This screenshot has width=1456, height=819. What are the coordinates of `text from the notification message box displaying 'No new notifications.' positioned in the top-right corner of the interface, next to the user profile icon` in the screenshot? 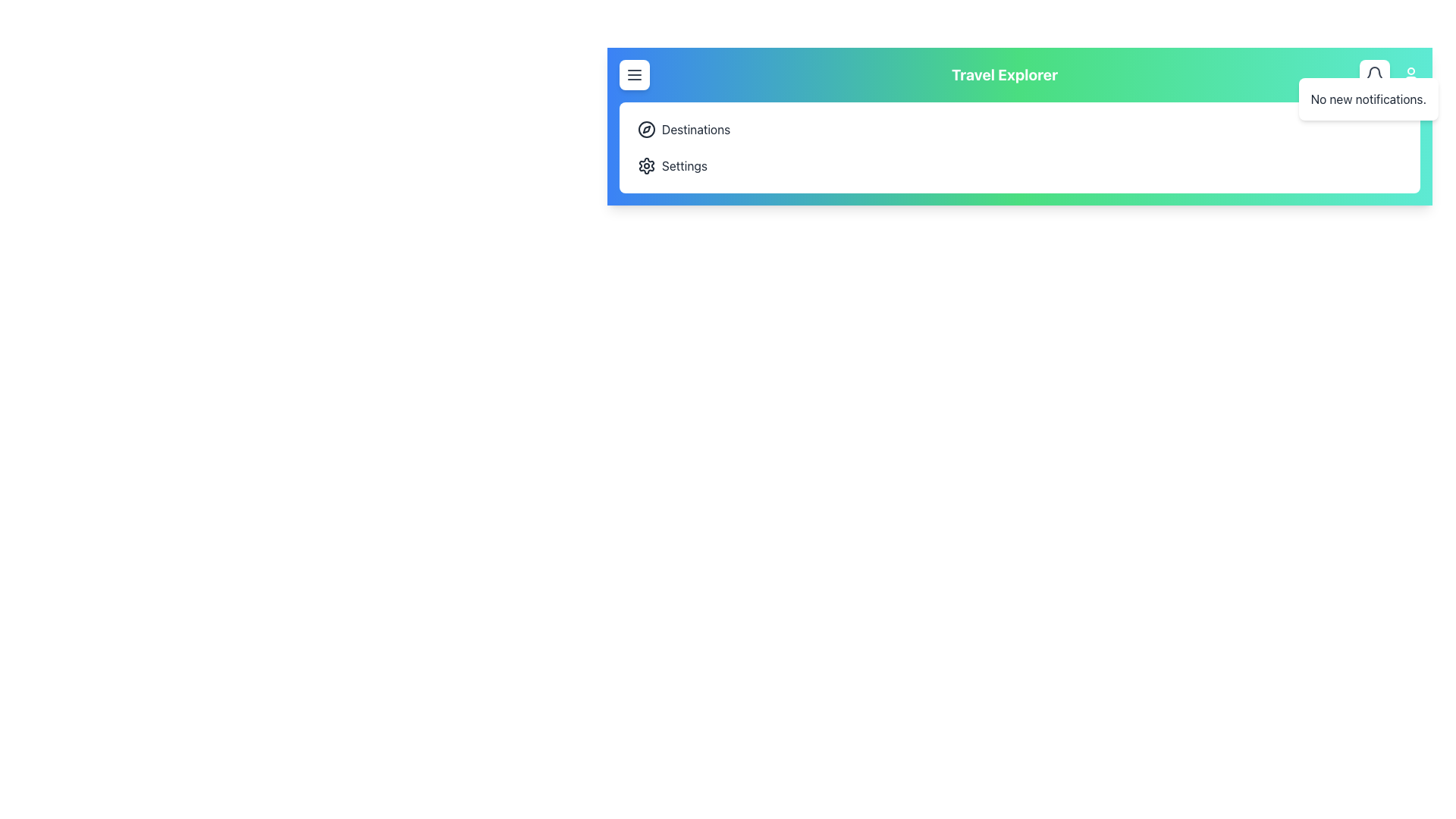 It's located at (1368, 99).